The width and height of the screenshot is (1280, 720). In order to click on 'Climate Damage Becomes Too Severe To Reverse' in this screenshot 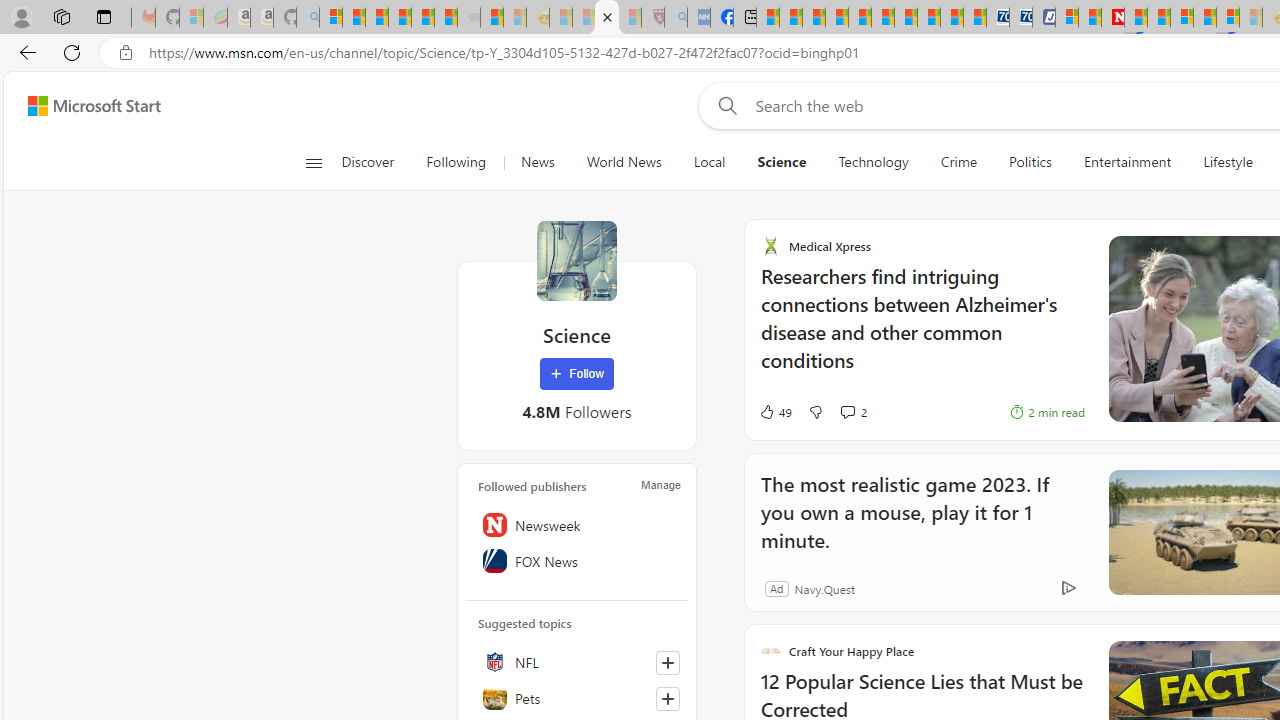, I will do `click(837, 17)`.